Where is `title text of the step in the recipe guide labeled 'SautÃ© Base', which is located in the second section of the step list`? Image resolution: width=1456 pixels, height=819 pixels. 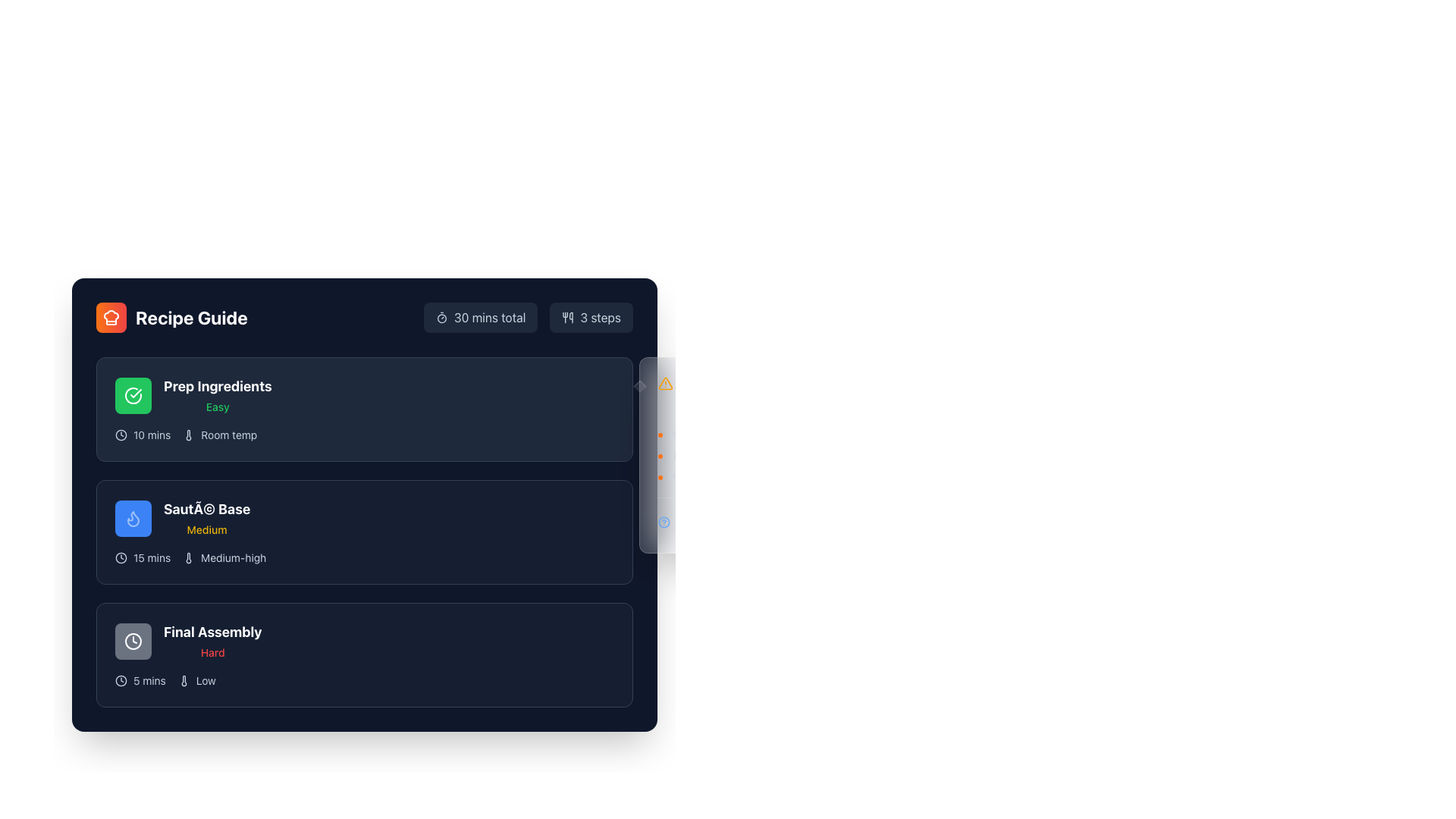 title text of the step in the recipe guide labeled 'SautÃ© Base', which is located in the second section of the step list is located at coordinates (206, 509).